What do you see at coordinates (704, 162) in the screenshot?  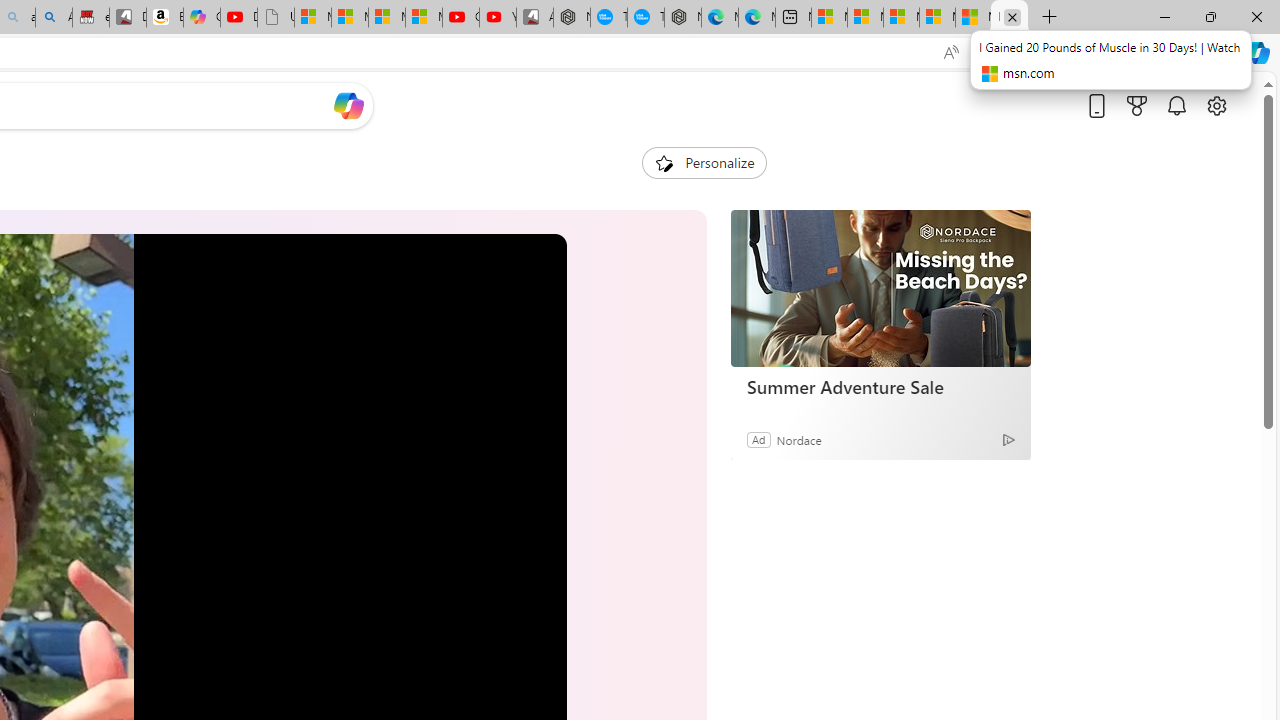 I see `'Personalize'` at bounding box center [704, 162].